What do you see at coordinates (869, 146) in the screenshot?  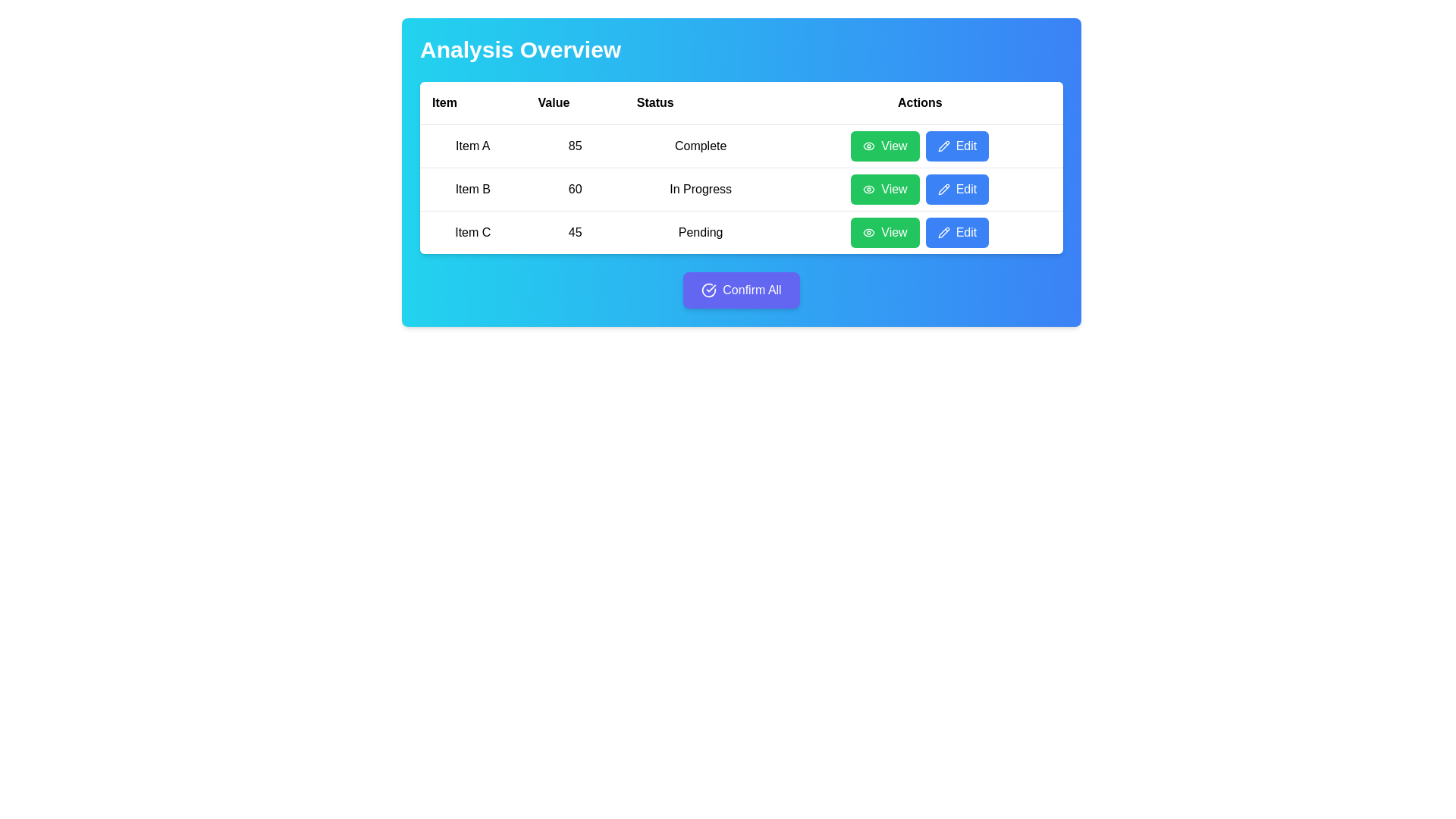 I see `the eye-shaped SVG icon in the 'View' button located in the 'Actions' column of the first row in the 'Analysis Overview' table` at bounding box center [869, 146].